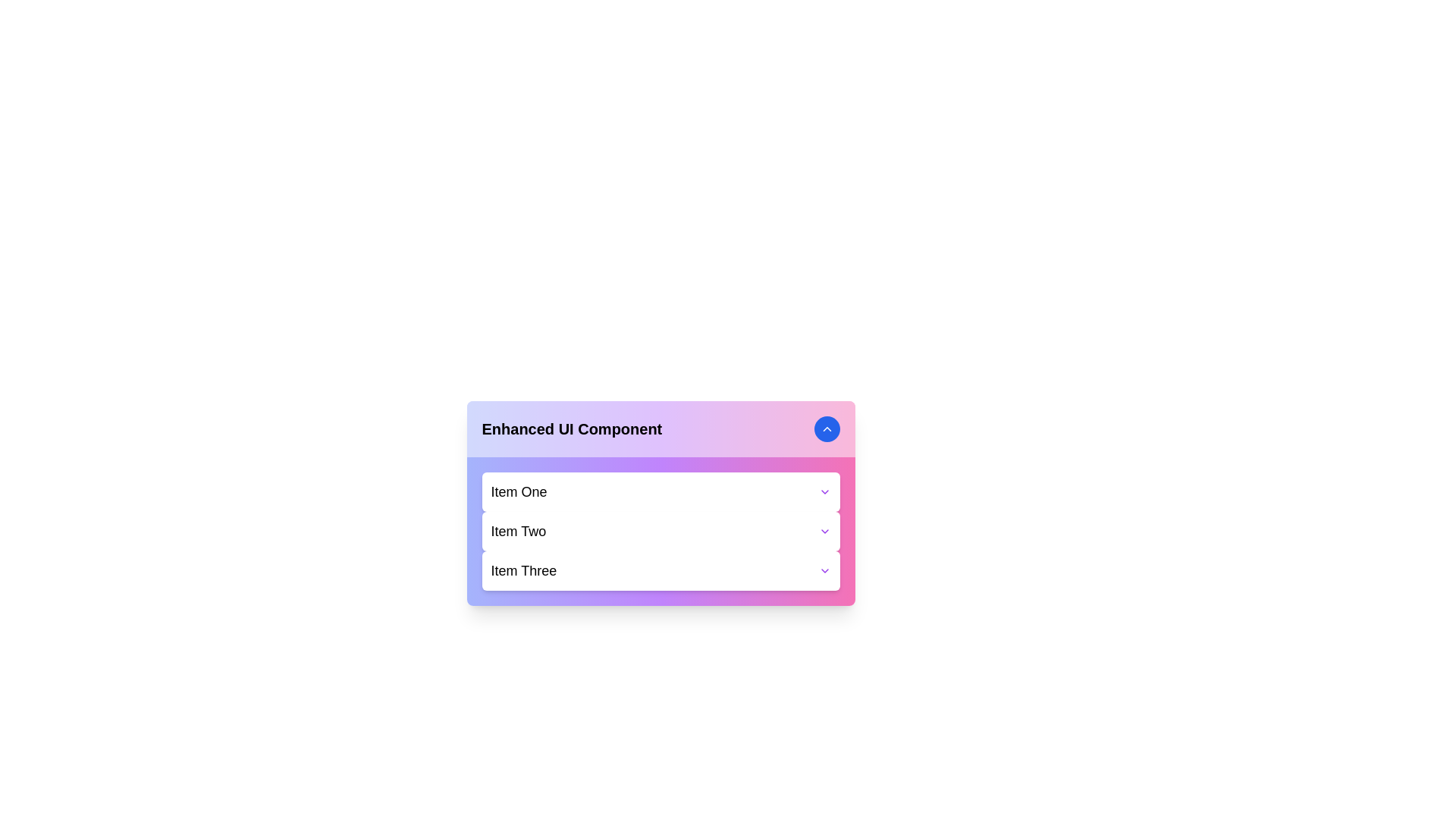 This screenshot has width=1456, height=819. I want to click on text header labeled 'Item One' which is displayed in a large, medium-weight font and styled in plain black color, positioned at the top of a vertically stacked list inside a dropdown-like menu, so click(519, 491).